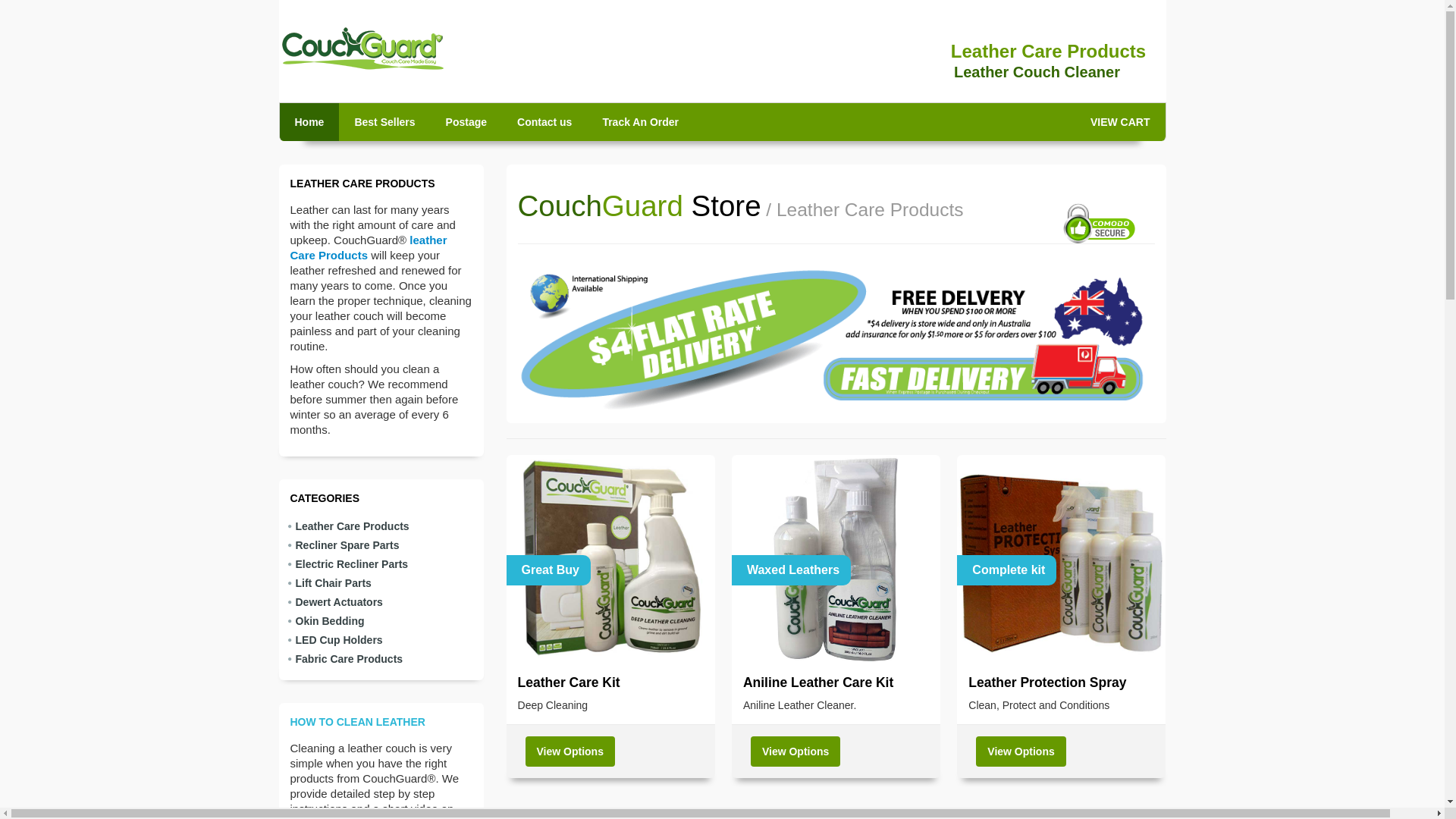 This screenshot has height=819, width=1456. I want to click on 'Dewert Actuators', so click(386, 601).